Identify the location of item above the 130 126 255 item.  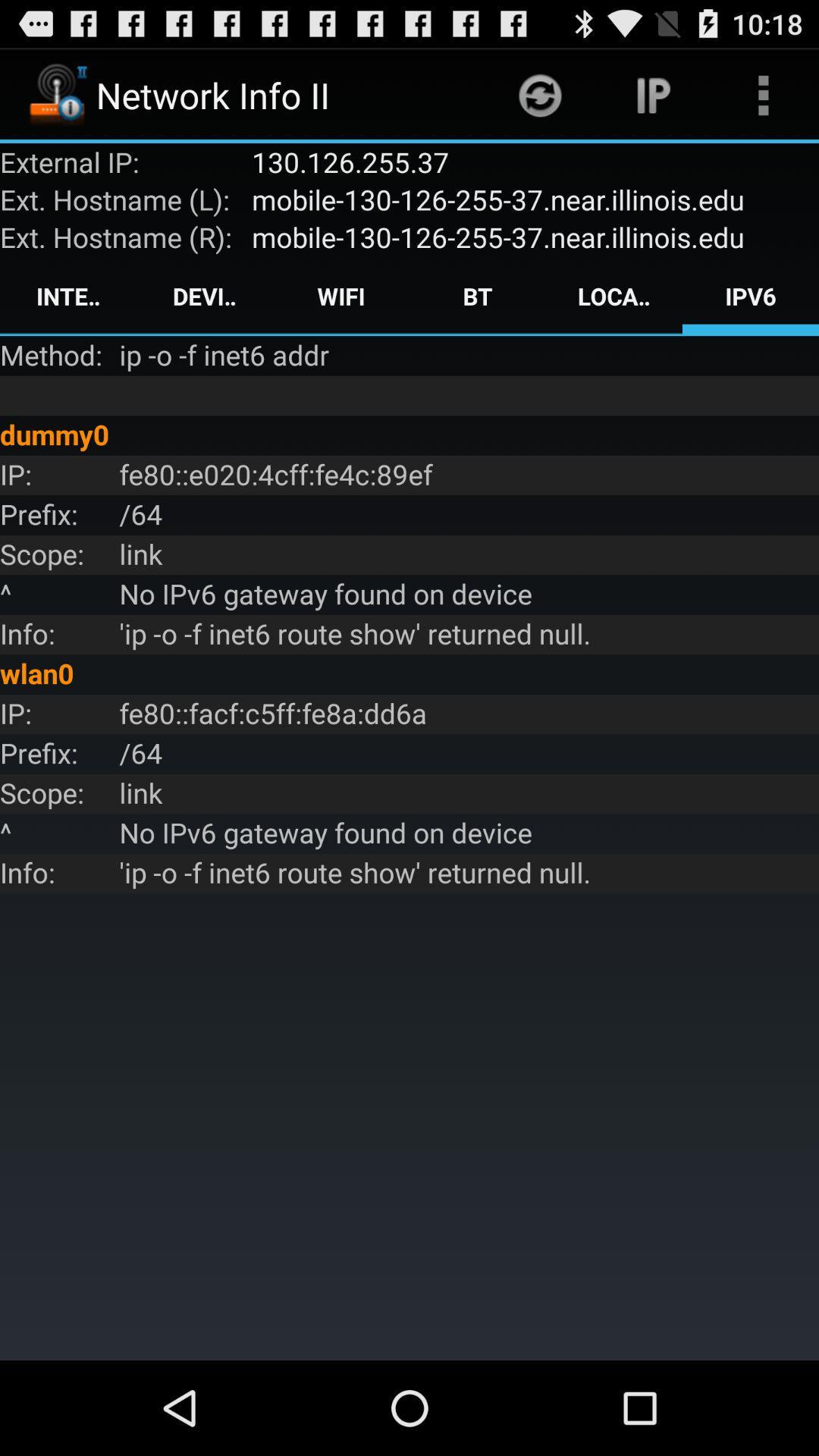
(651, 94).